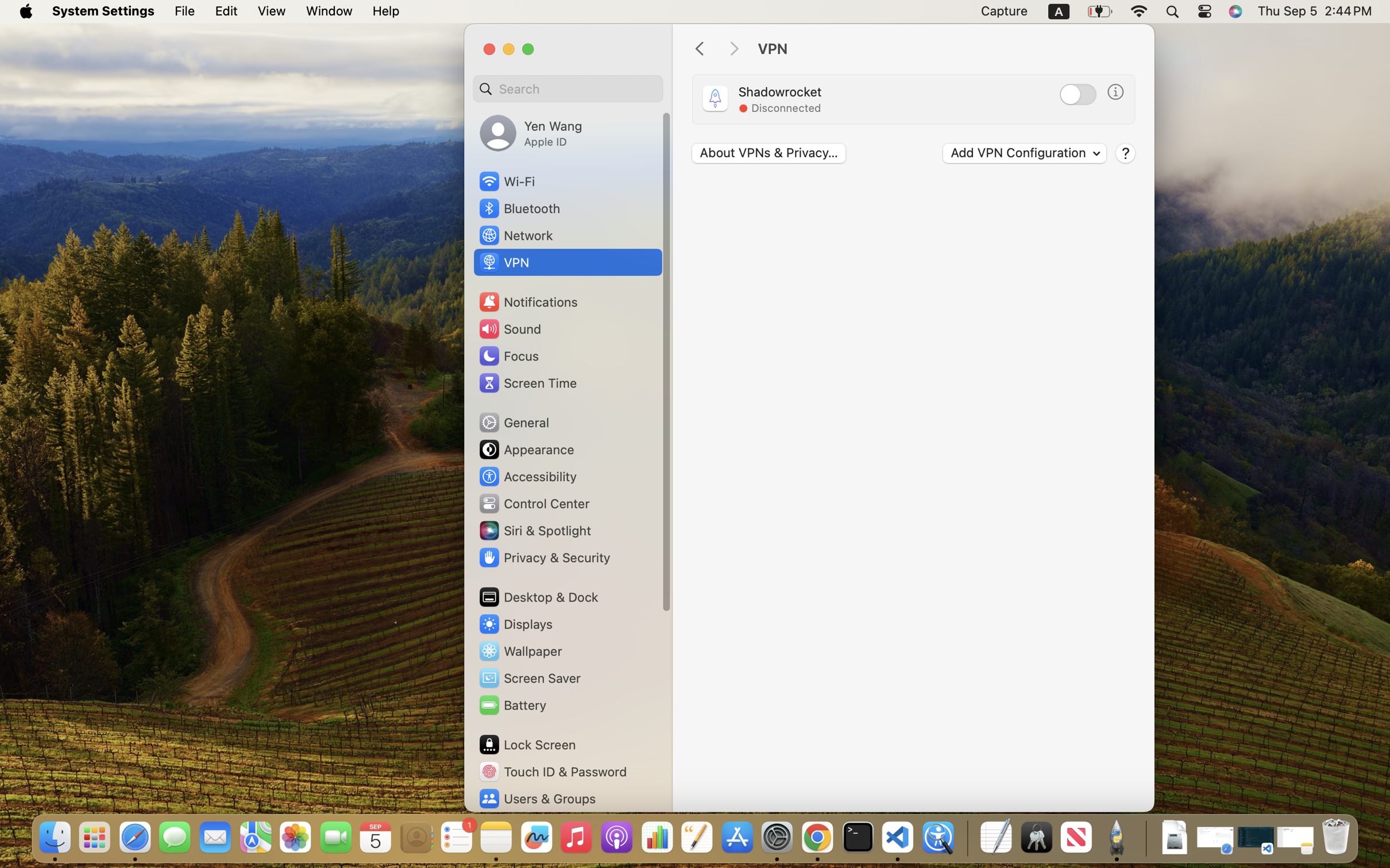 The height and width of the screenshot is (868, 1390). I want to click on 'Wallpaper', so click(519, 651).